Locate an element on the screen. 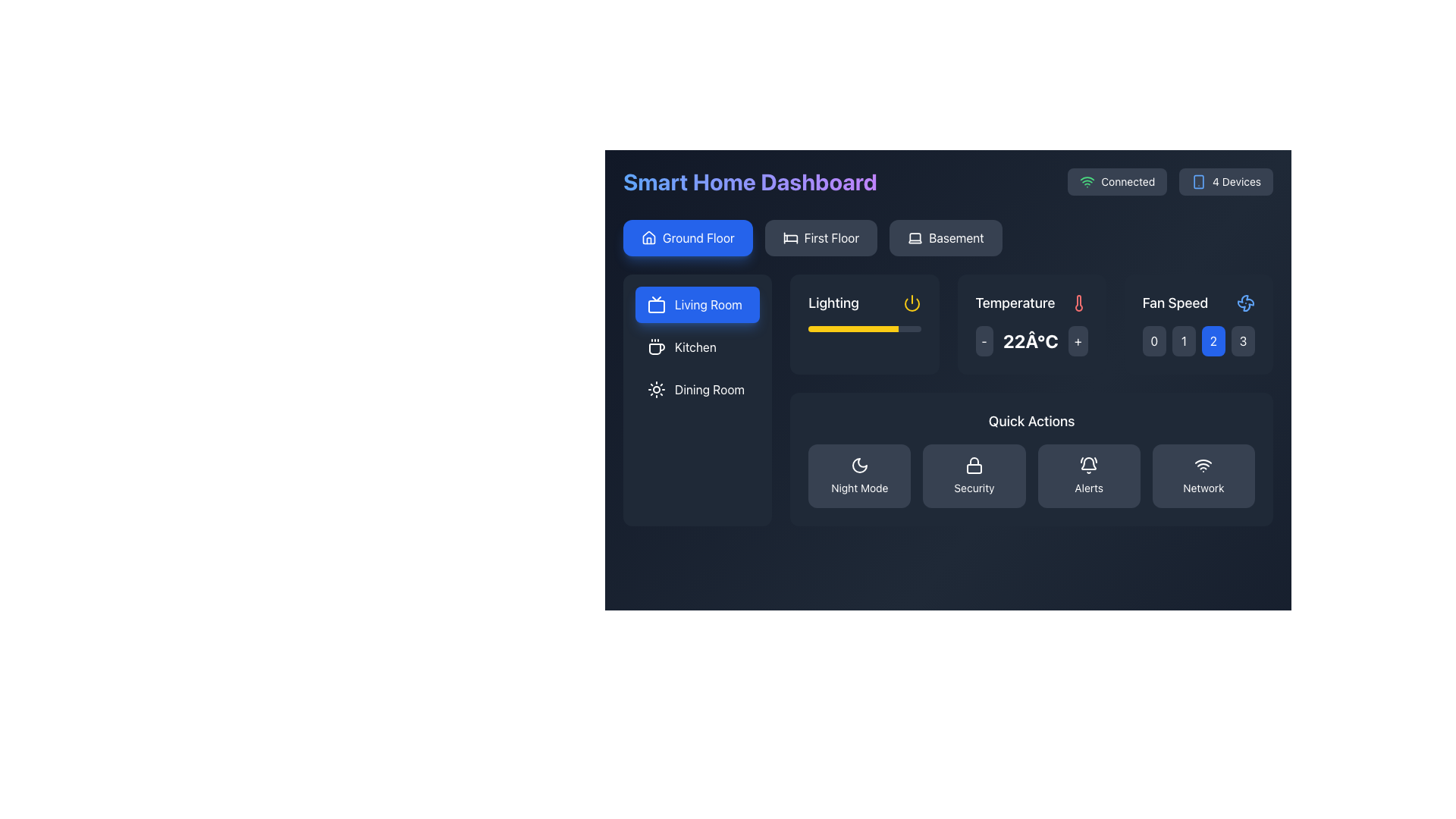 This screenshot has width=1456, height=819. the 'Ground Floor' text label is located at coordinates (698, 237).